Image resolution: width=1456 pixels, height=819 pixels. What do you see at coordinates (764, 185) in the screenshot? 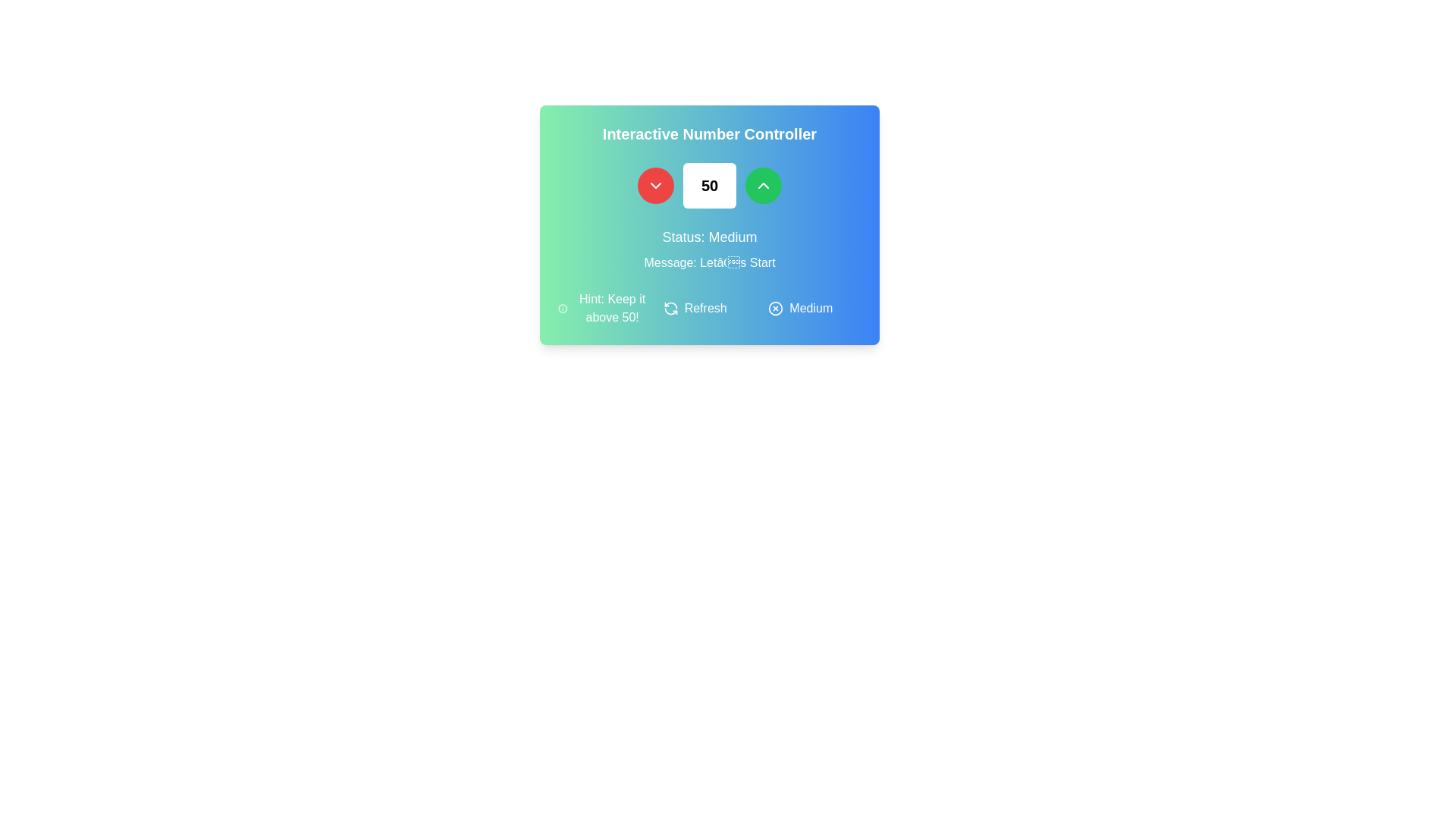
I see `the green circular button with a white upward-facing chevron icon` at bounding box center [764, 185].